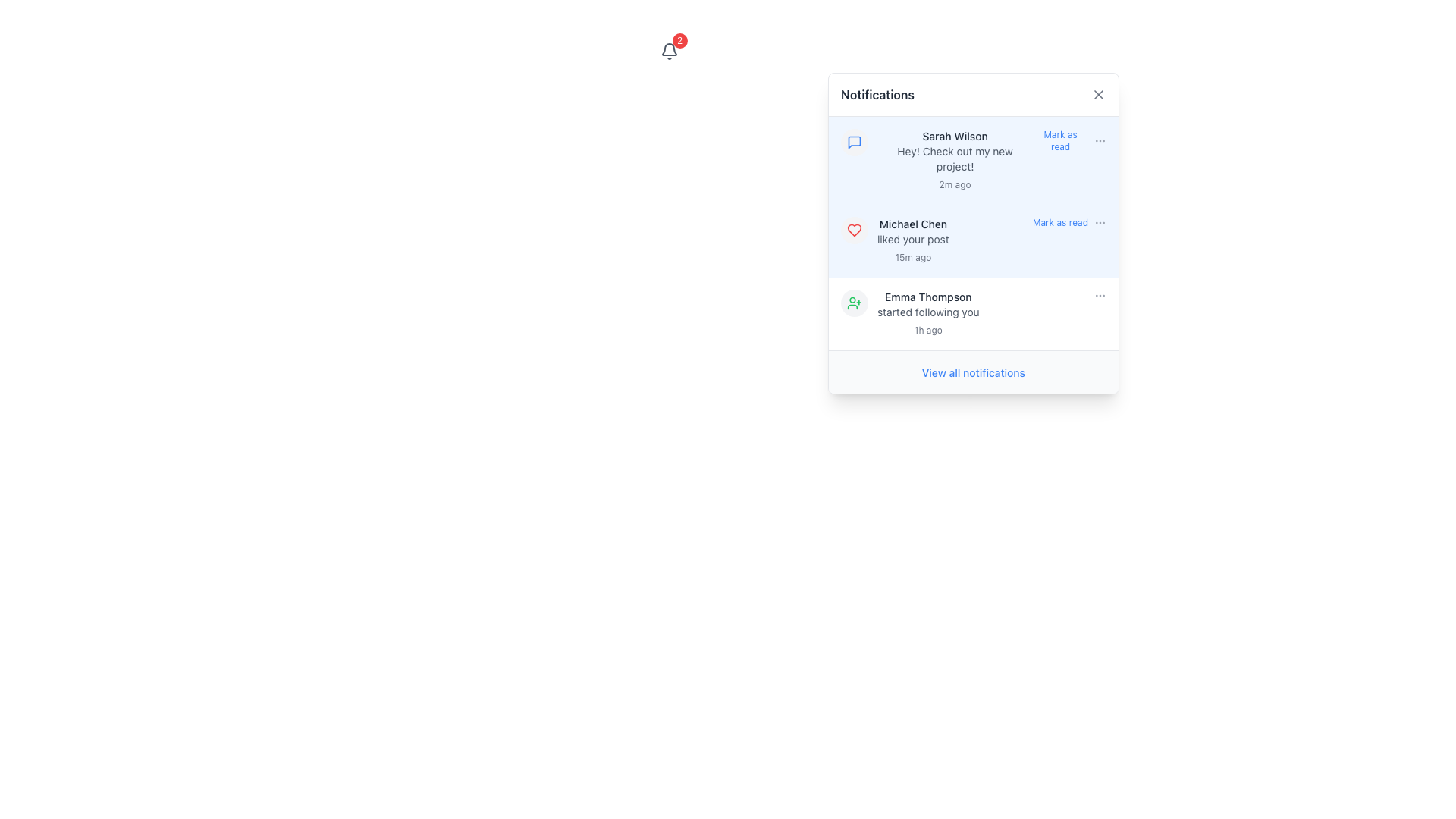 This screenshot has height=819, width=1456. Describe the element at coordinates (668, 51) in the screenshot. I see `the notification icon represented by a bell symbol with a red badge showing '2'` at that location.